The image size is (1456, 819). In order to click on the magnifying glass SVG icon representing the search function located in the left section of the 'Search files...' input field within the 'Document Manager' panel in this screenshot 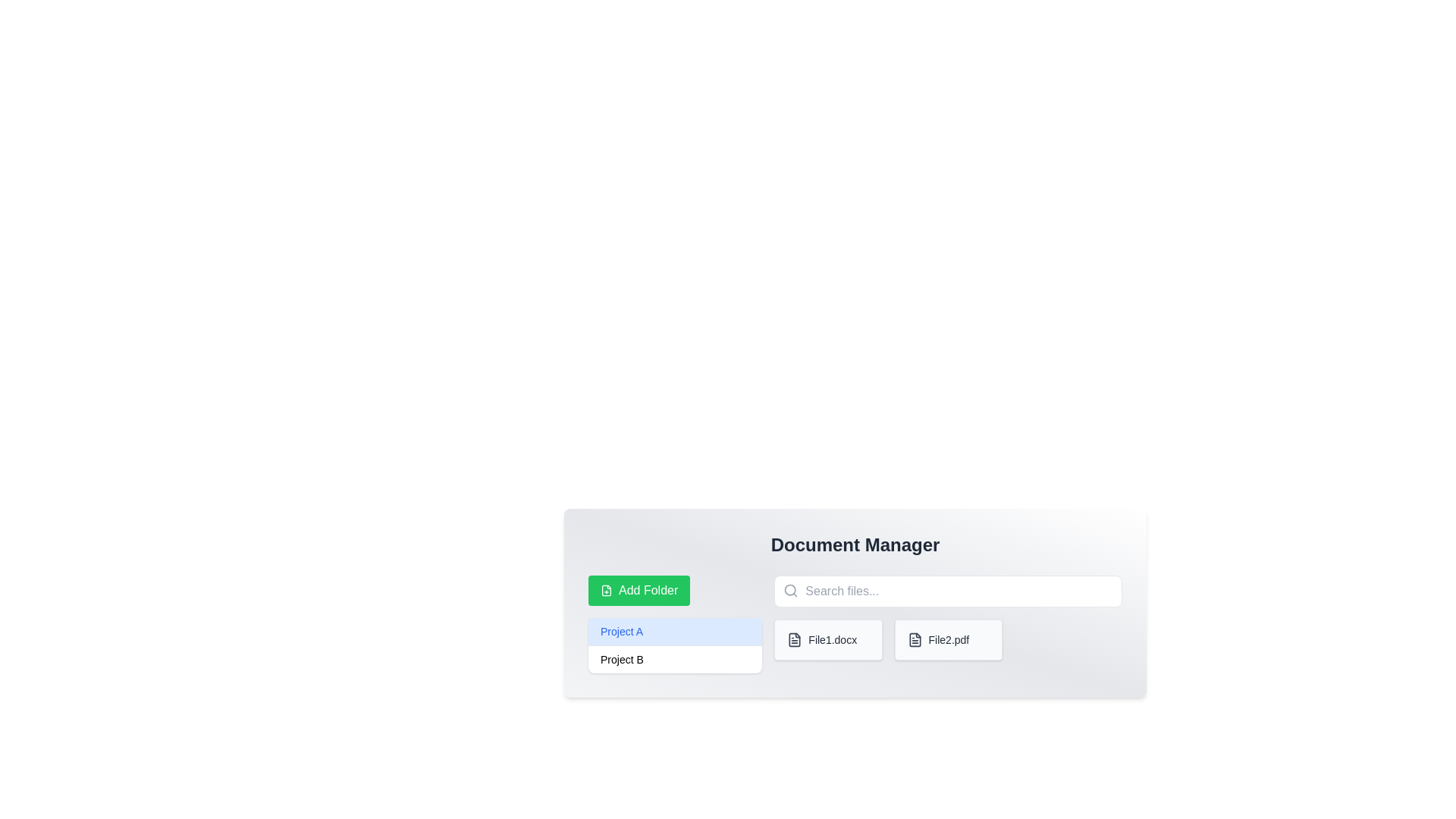, I will do `click(790, 590)`.